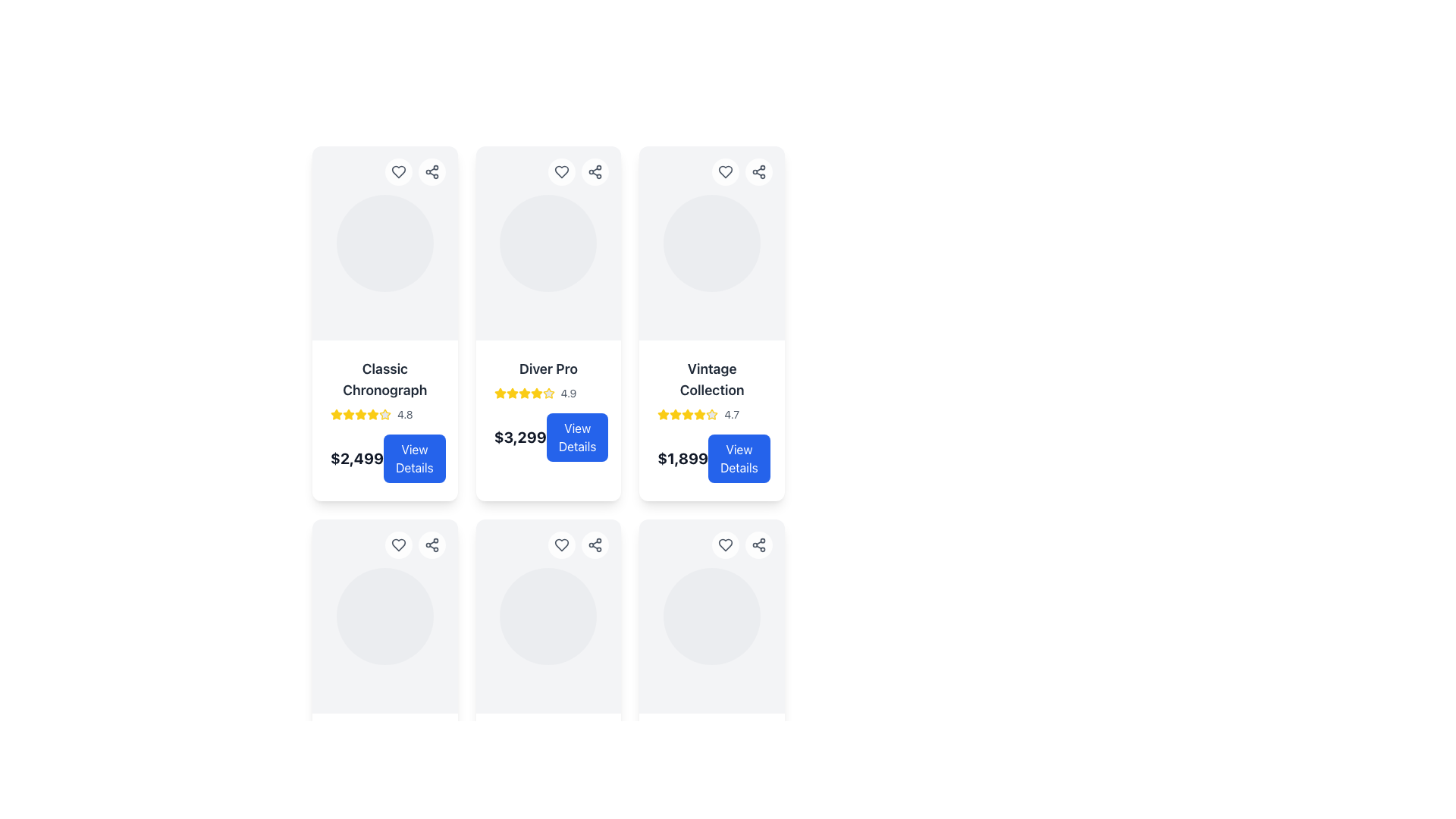 The width and height of the screenshot is (1456, 819). I want to click on displayed price from the Text label located in the third column of the top row of the Vintage Collection product card, directly below the product name and rating stars, so click(682, 458).